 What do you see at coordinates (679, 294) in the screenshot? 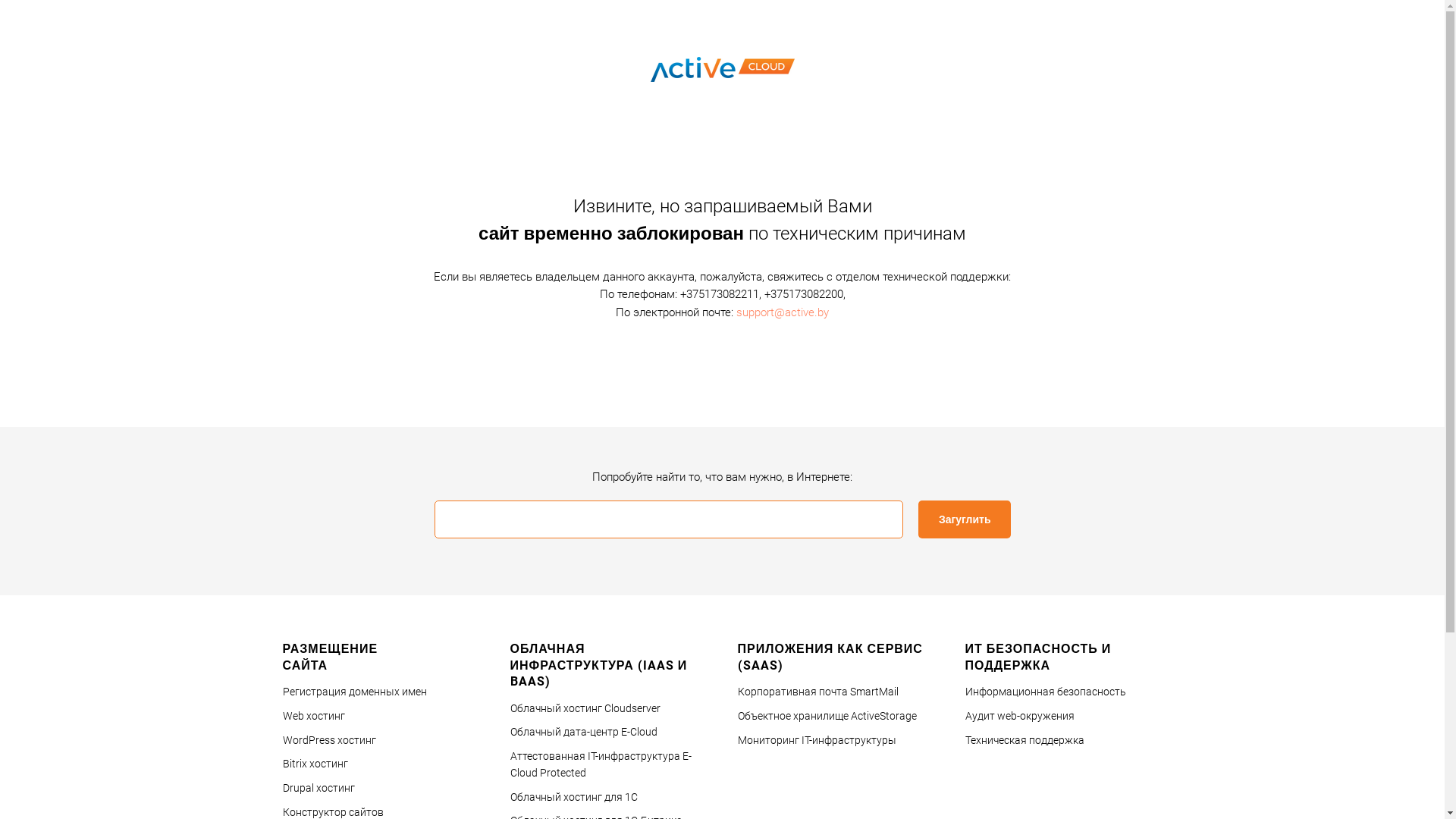
I see `'+375173082211'` at bounding box center [679, 294].